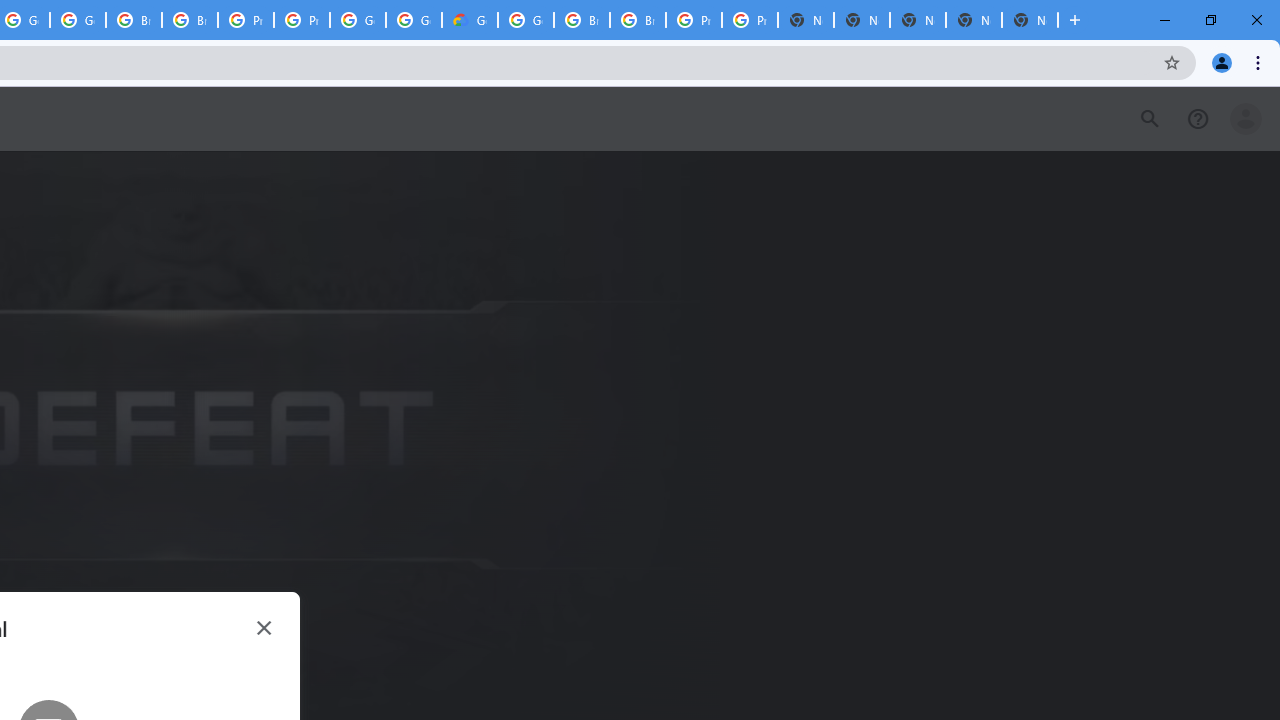 The image size is (1280, 720). I want to click on 'Browse Chrome as a guest - Computer - Google Chrome Help', so click(581, 20).